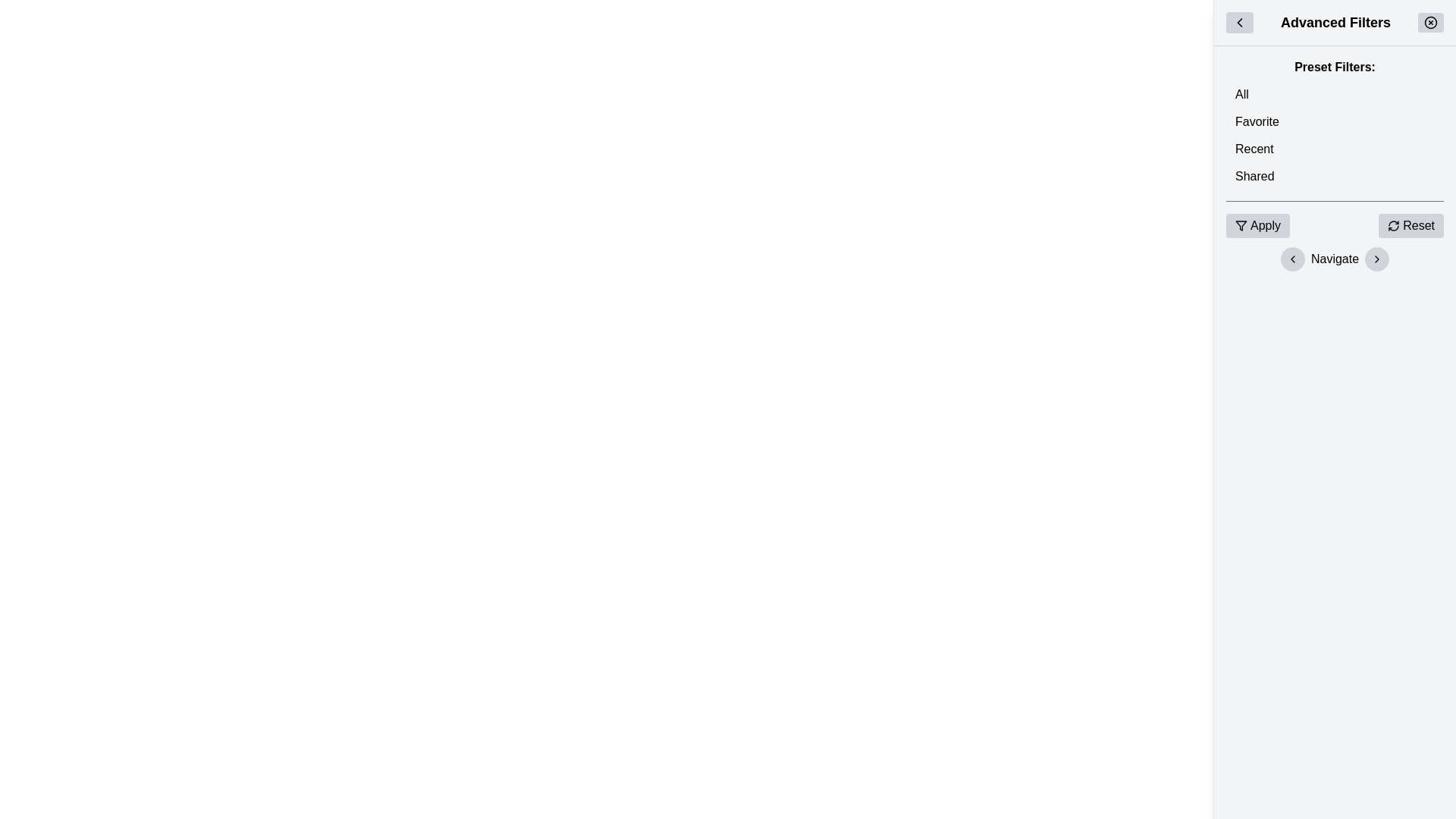 The width and height of the screenshot is (1456, 819). What do you see at coordinates (1335, 149) in the screenshot?
I see `the third button in the 'Preset Filters' group located on the right-hand panel` at bounding box center [1335, 149].